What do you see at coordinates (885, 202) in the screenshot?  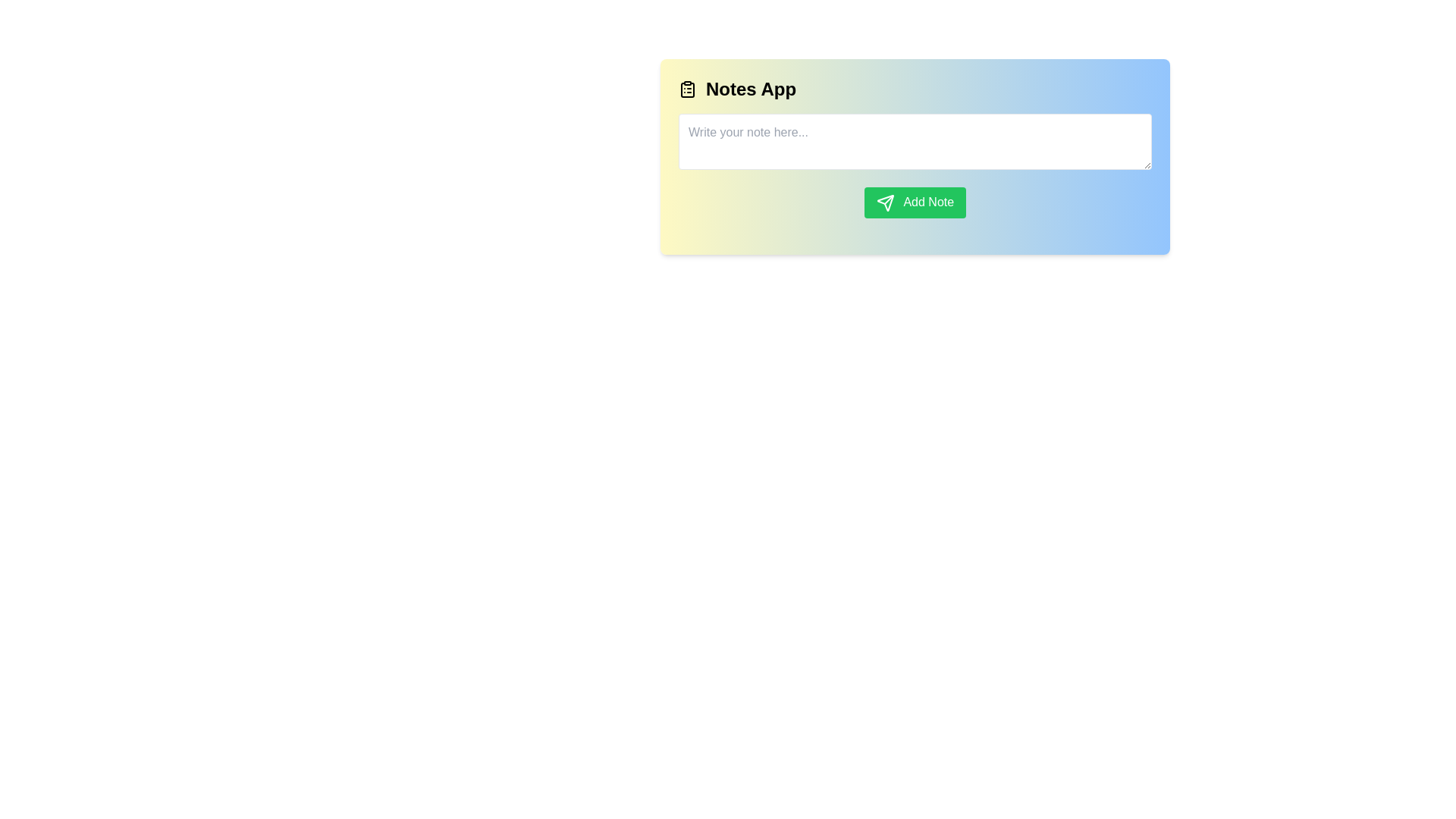 I see `the icon representing the action of submitting or adding a note, located to the left of the text label inside the green 'Add Note' button` at bounding box center [885, 202].